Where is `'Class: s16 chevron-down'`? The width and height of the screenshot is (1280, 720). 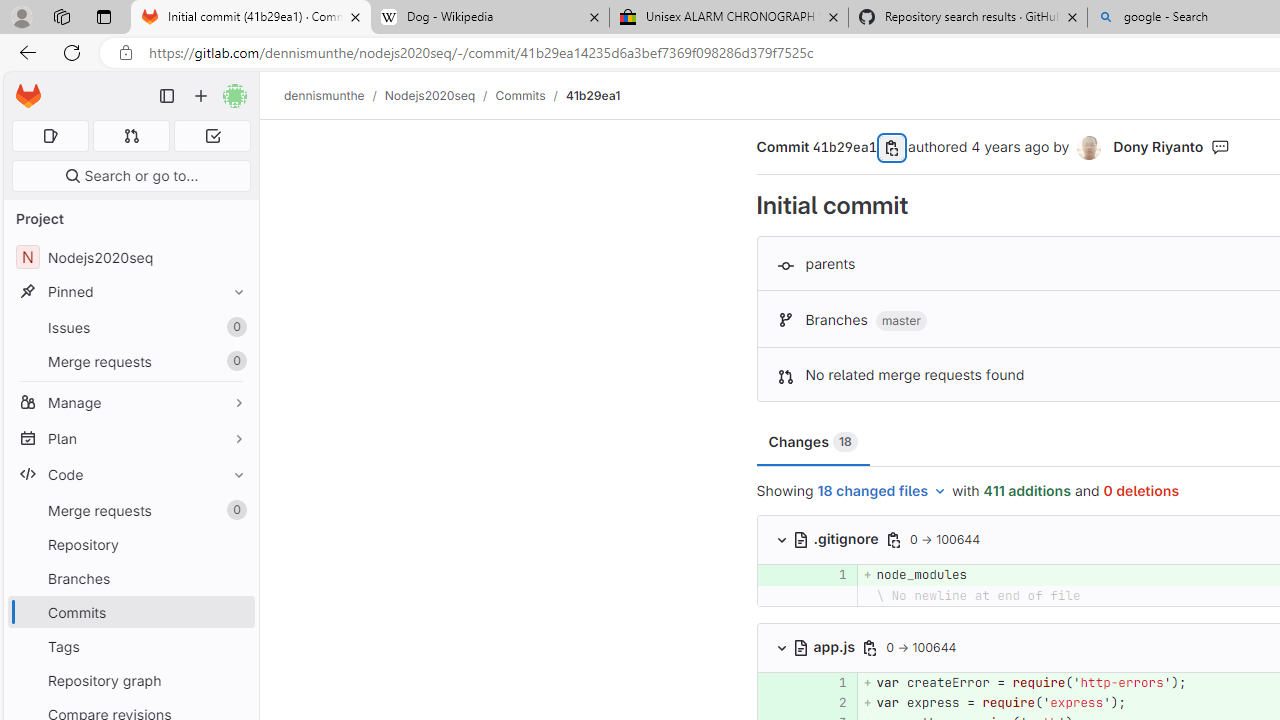
'Class: s16 chevron-down' is located at coordinates (780, 647).